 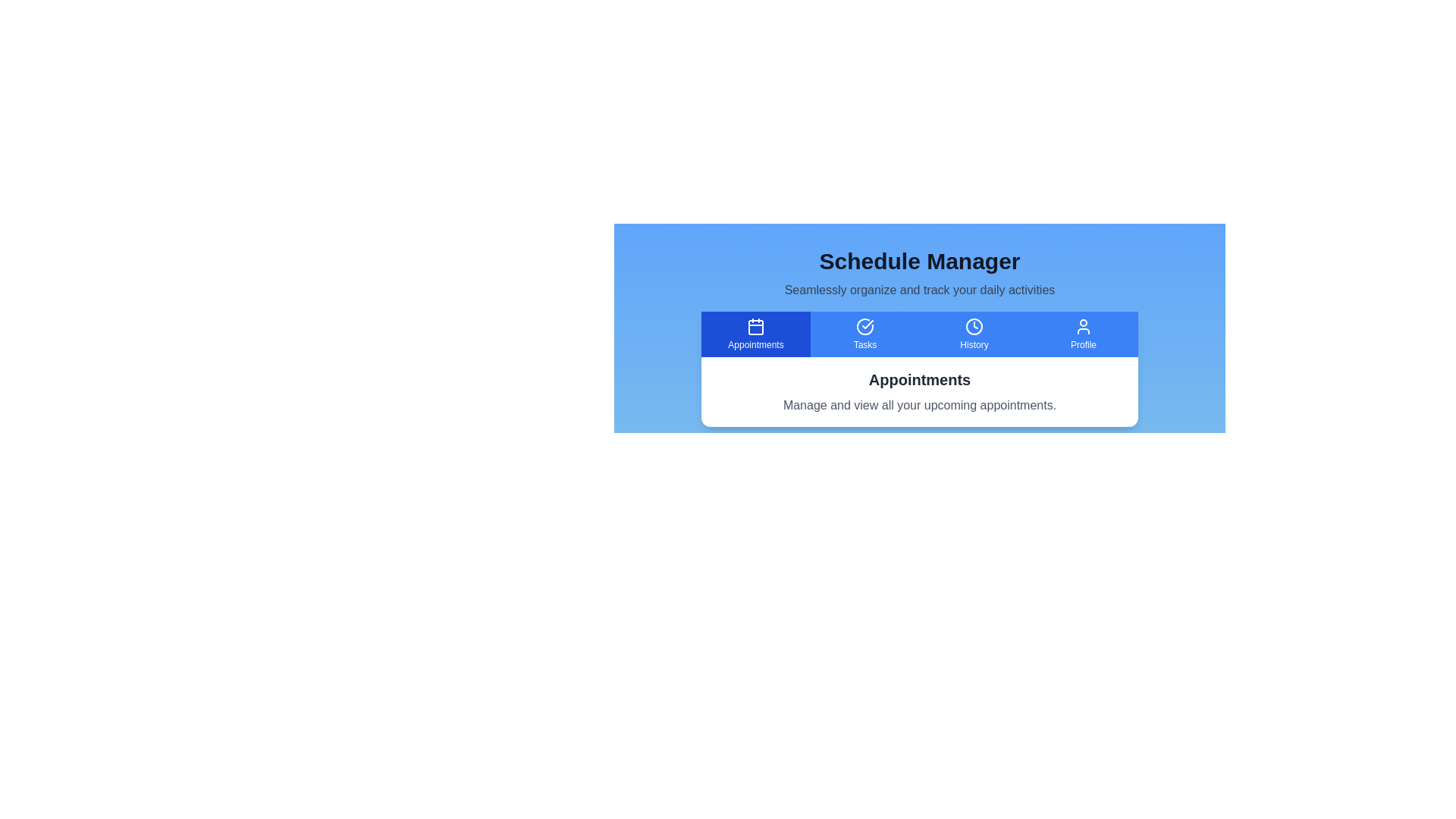 I want to click on the decorative component of the calendar icon, which represents the main body of the calendar interface, located under the 'Appointments' label on the tab bar, so click(x=756, y=327).